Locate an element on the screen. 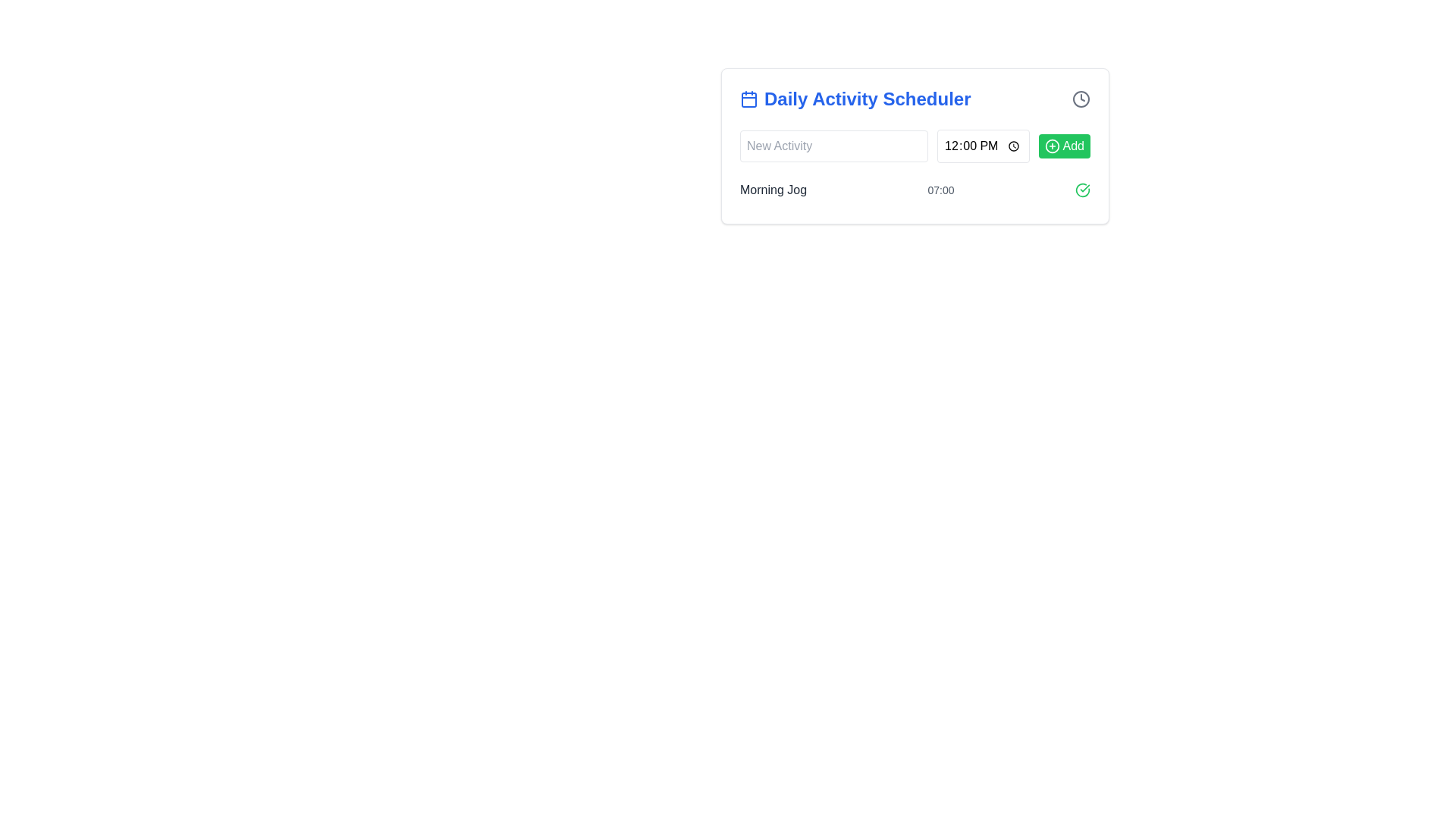  the 'Daily Activity Scheduler' icon located at the leftmost side of the header section, which serves as a visual cue for scheduling functionalities is located at coordinates (749, 99).